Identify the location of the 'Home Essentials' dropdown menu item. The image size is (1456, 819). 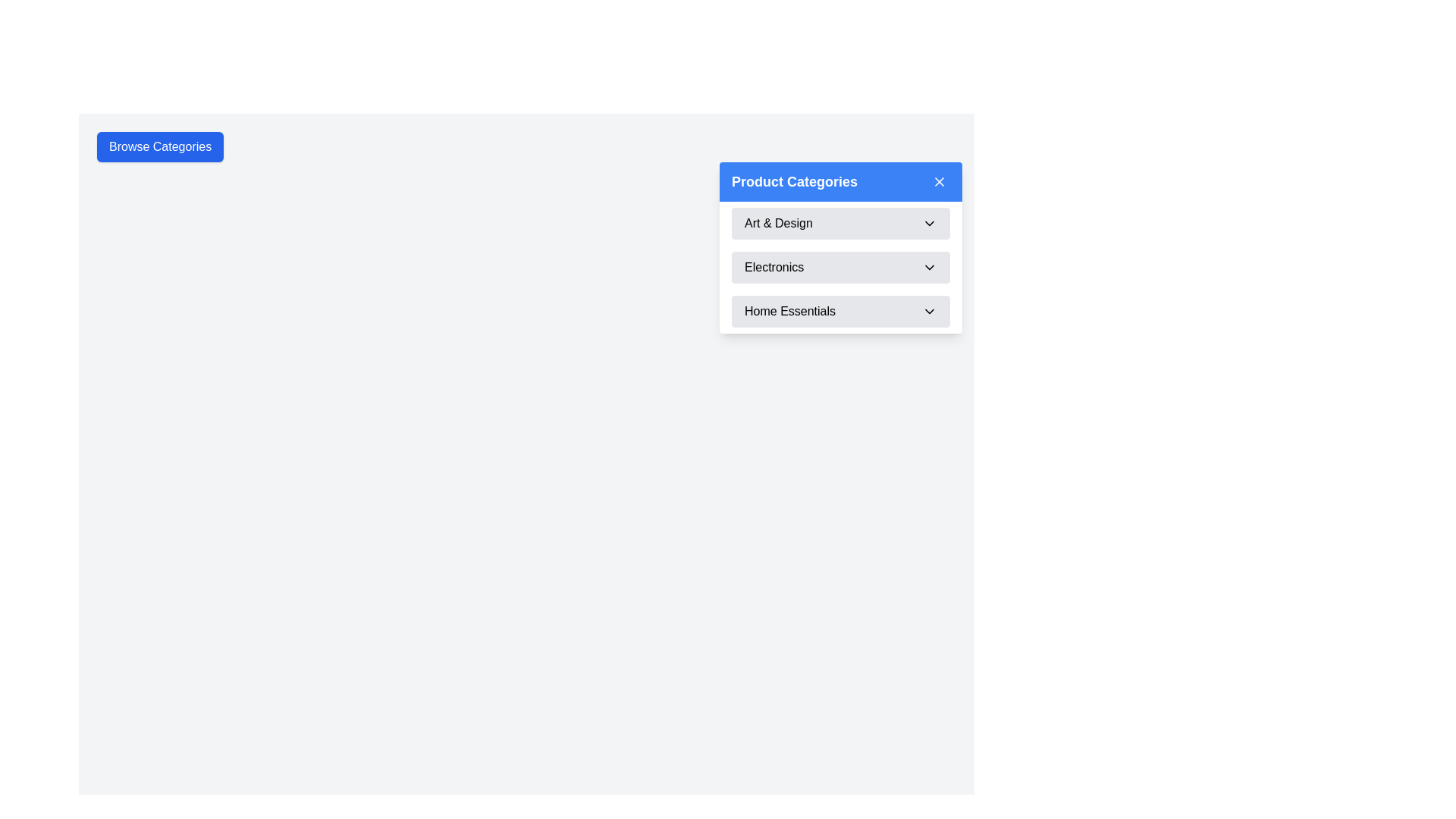
(839, 311).